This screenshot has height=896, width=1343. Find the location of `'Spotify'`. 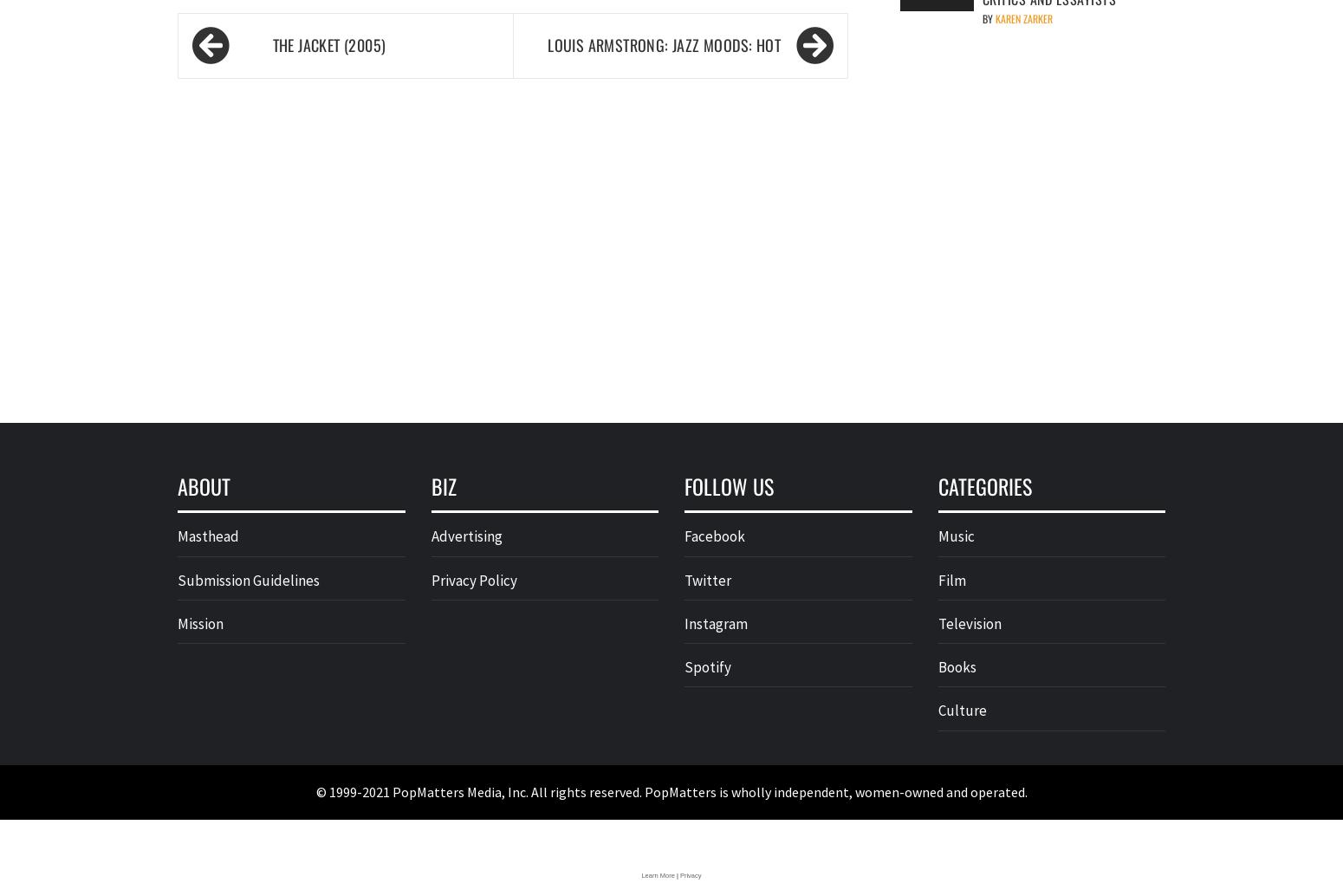

'Spotify' is located at coordinates (684, 667).